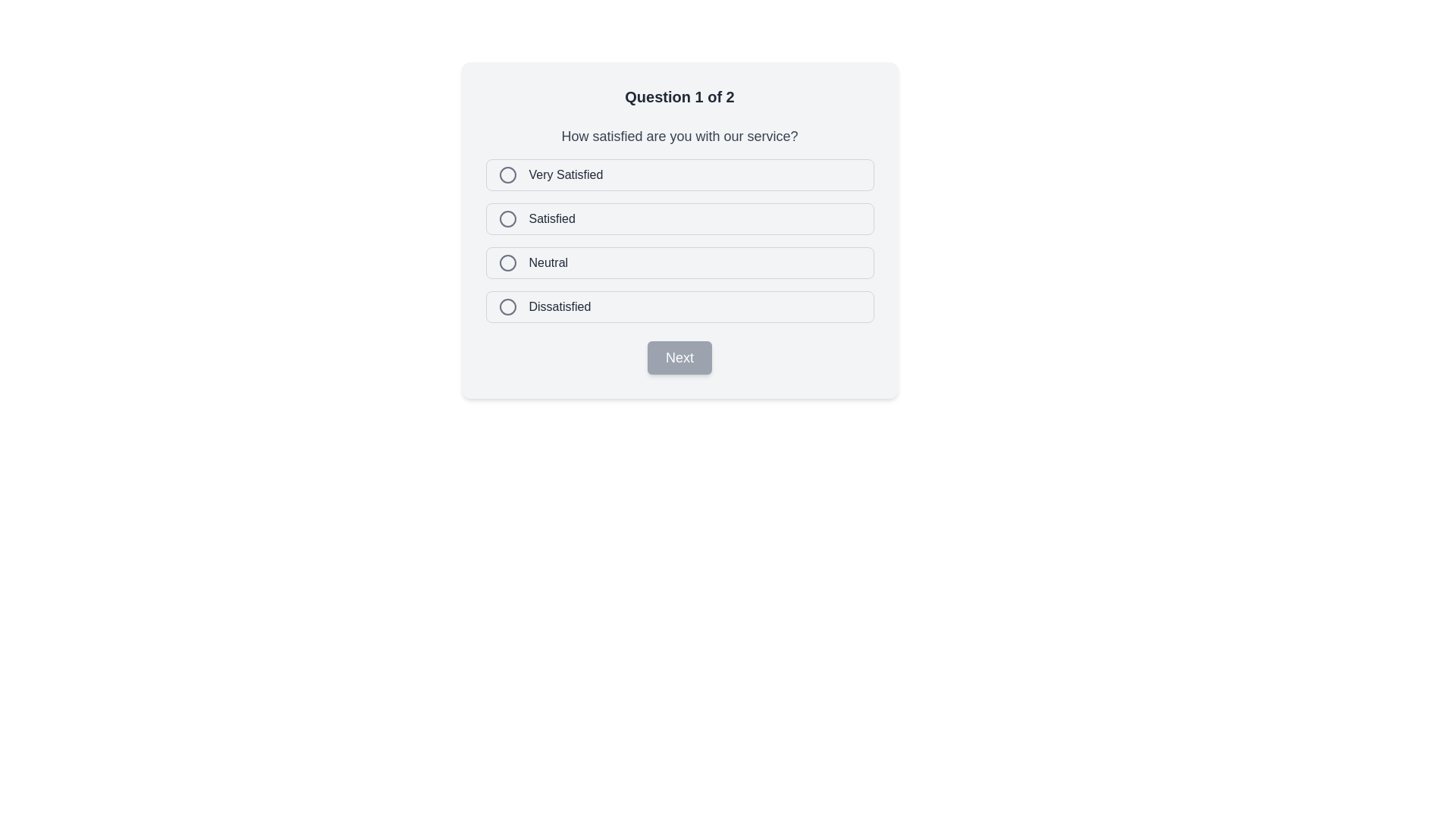  What do you see at coordinates (679, 307) in the screenshot?
I see `the radio button option labeled 'Dissatisfied'` at bounding box center [679, 307].